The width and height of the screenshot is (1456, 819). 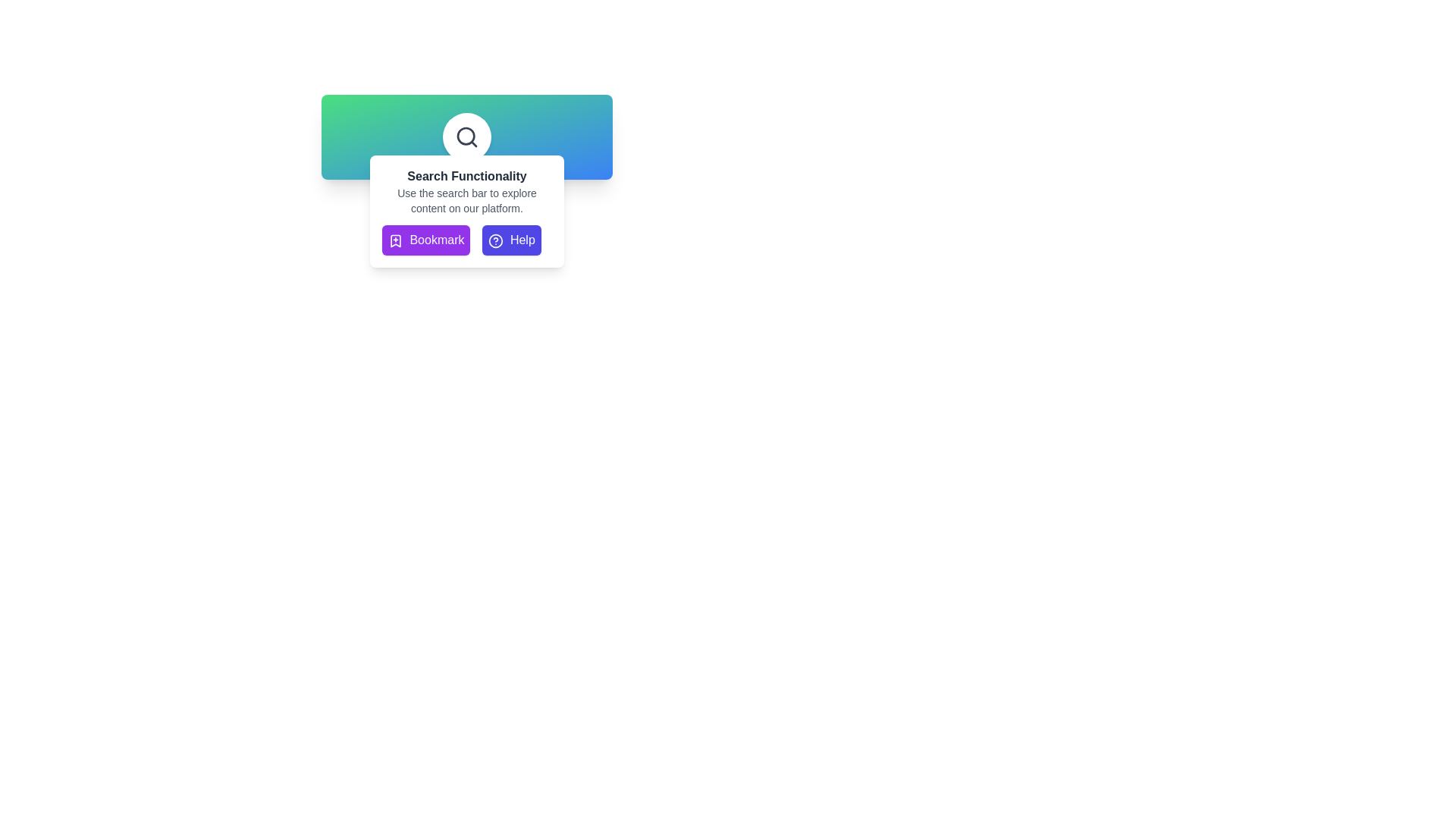 I want to click on the first button in the horizontal group of two buttons located at the center bottom of the 'Search Functionality' panel to bookmark content, so click(x=425, y=239).